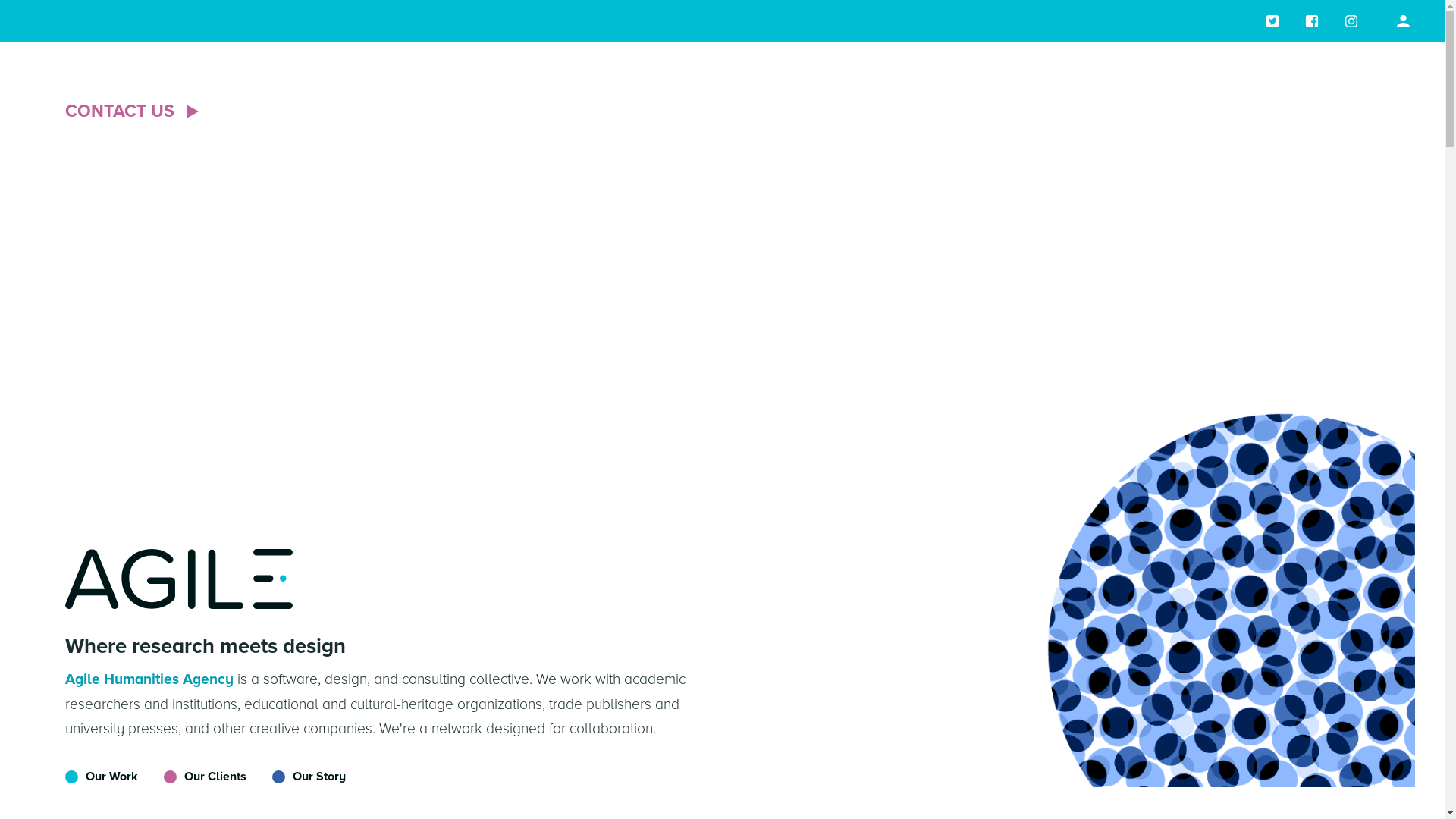 This screenshot has width=1456, height=819. I want to click on 'Our Story', so click(297, 777).